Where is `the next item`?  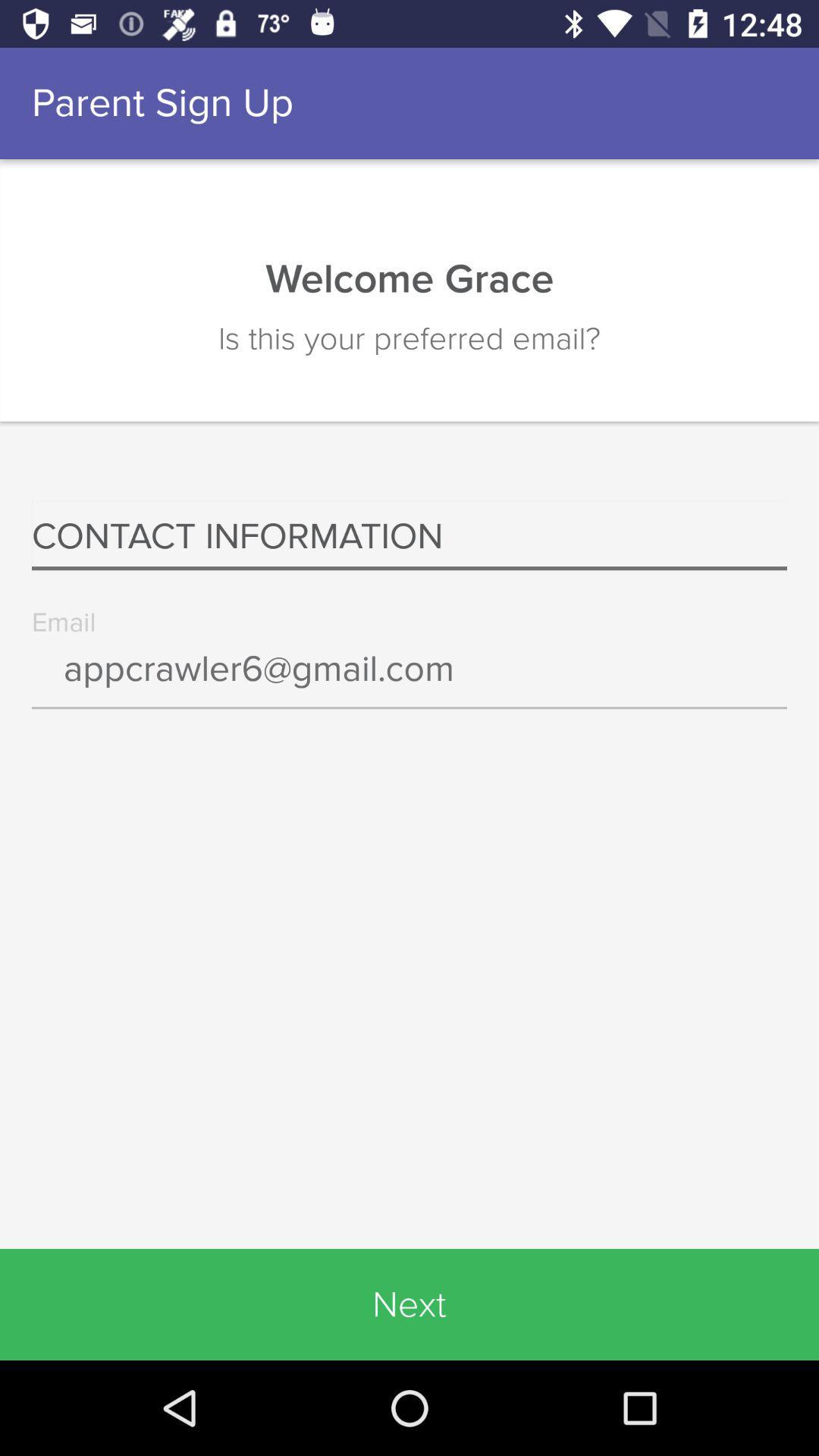 the next item is located at coordinates (409, 1304).